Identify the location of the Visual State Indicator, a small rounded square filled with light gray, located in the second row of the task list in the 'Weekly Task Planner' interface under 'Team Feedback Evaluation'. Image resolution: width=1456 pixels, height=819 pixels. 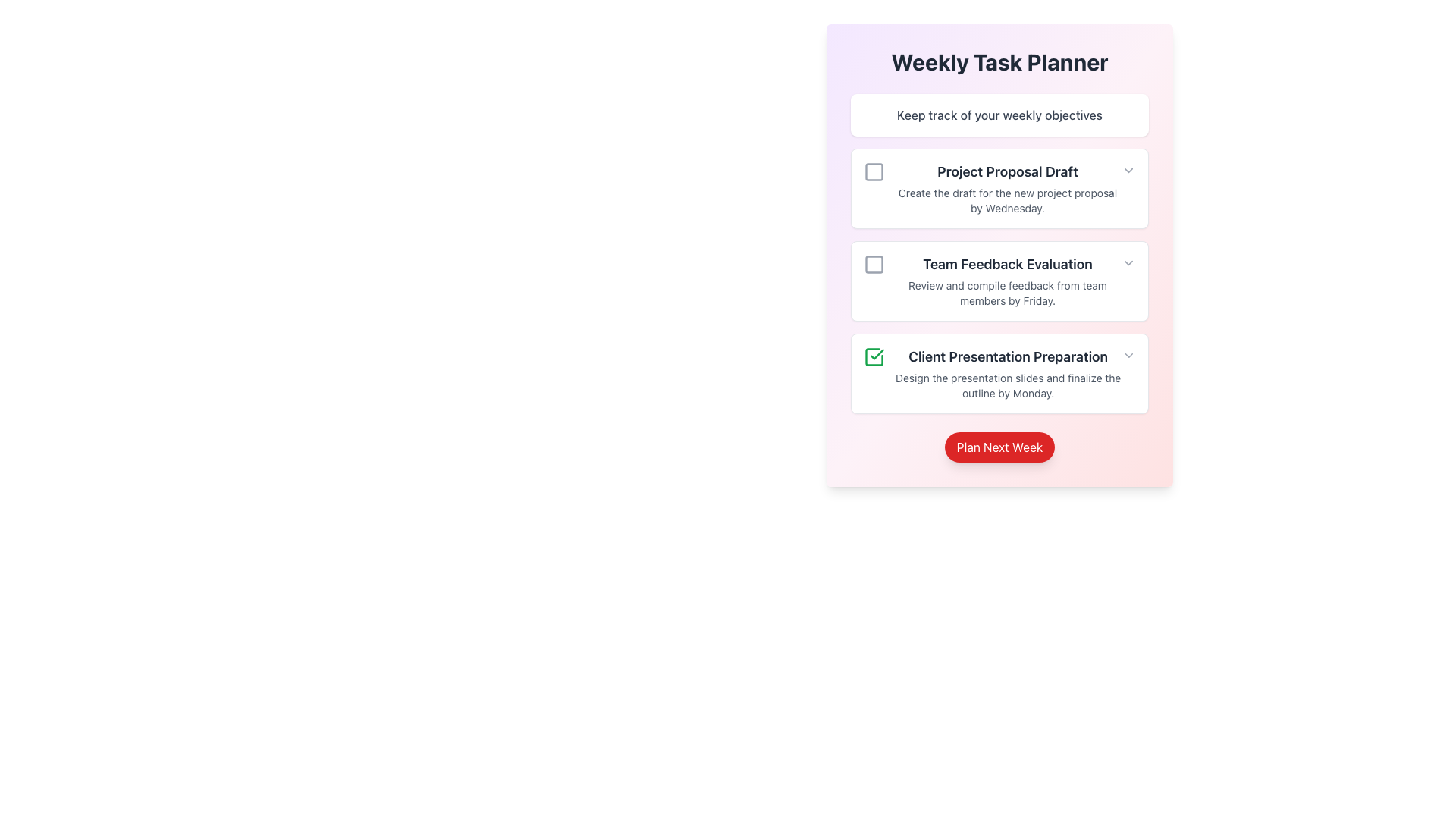
(874, 263).